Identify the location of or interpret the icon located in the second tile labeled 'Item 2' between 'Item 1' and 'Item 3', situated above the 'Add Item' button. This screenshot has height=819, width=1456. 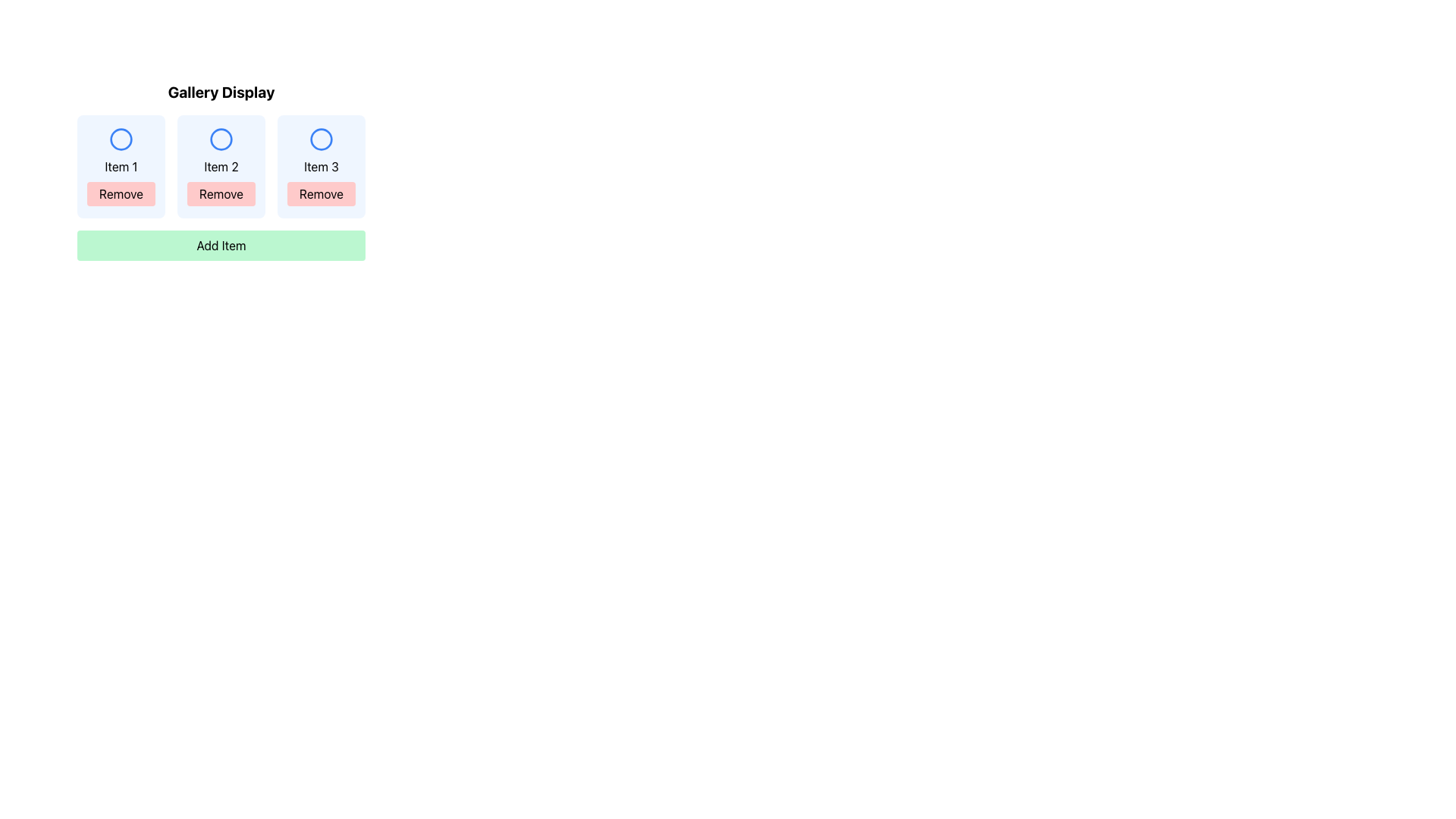
(221, 140).